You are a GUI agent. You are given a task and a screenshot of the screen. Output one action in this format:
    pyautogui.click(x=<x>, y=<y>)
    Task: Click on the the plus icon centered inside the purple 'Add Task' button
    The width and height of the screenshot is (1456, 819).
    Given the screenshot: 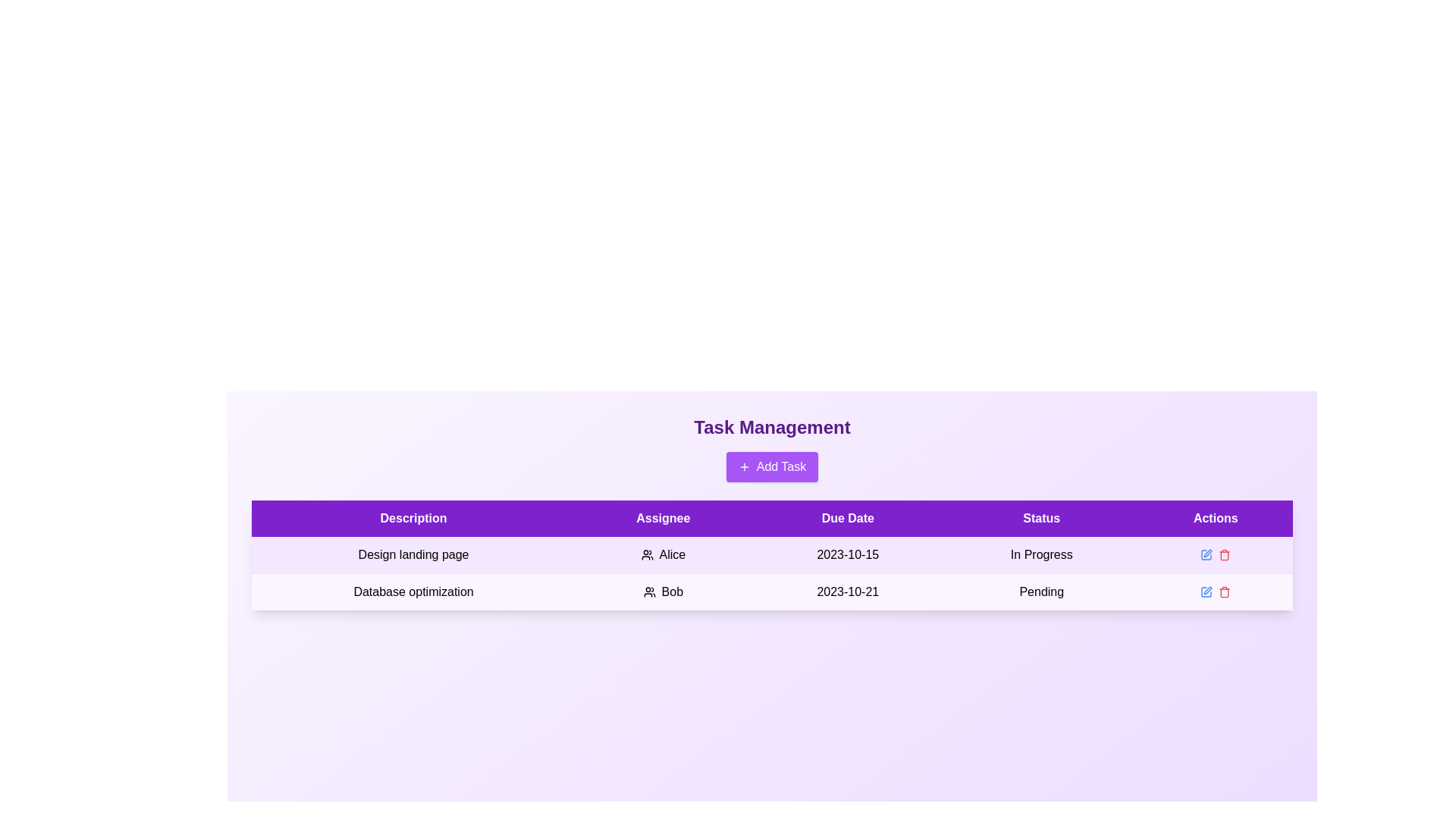 What is the action you would take?
    pyautogui.click(x=744, y=466)
    